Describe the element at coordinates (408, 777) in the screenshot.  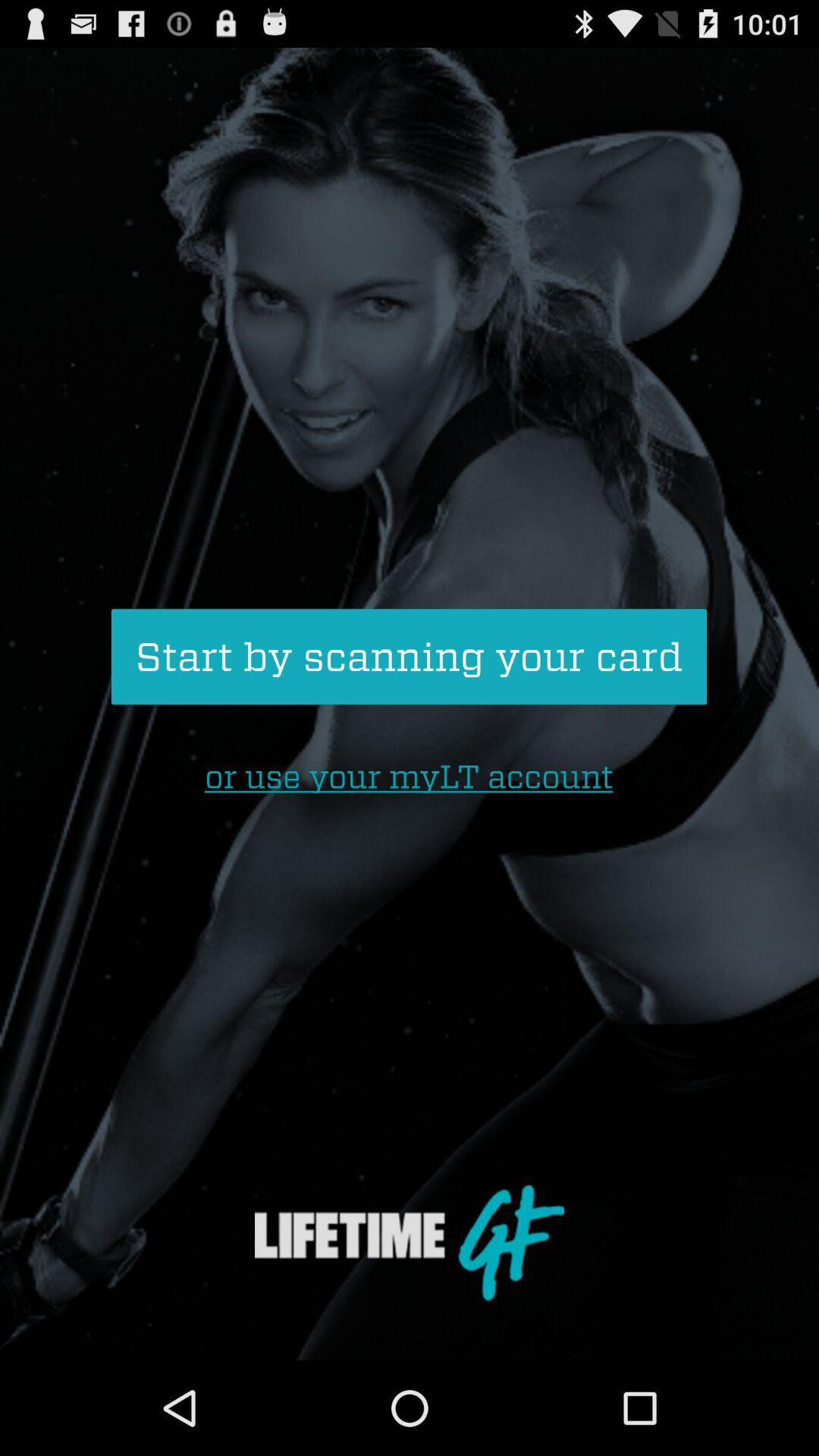
I see `item below the start by scanning item` at that location.